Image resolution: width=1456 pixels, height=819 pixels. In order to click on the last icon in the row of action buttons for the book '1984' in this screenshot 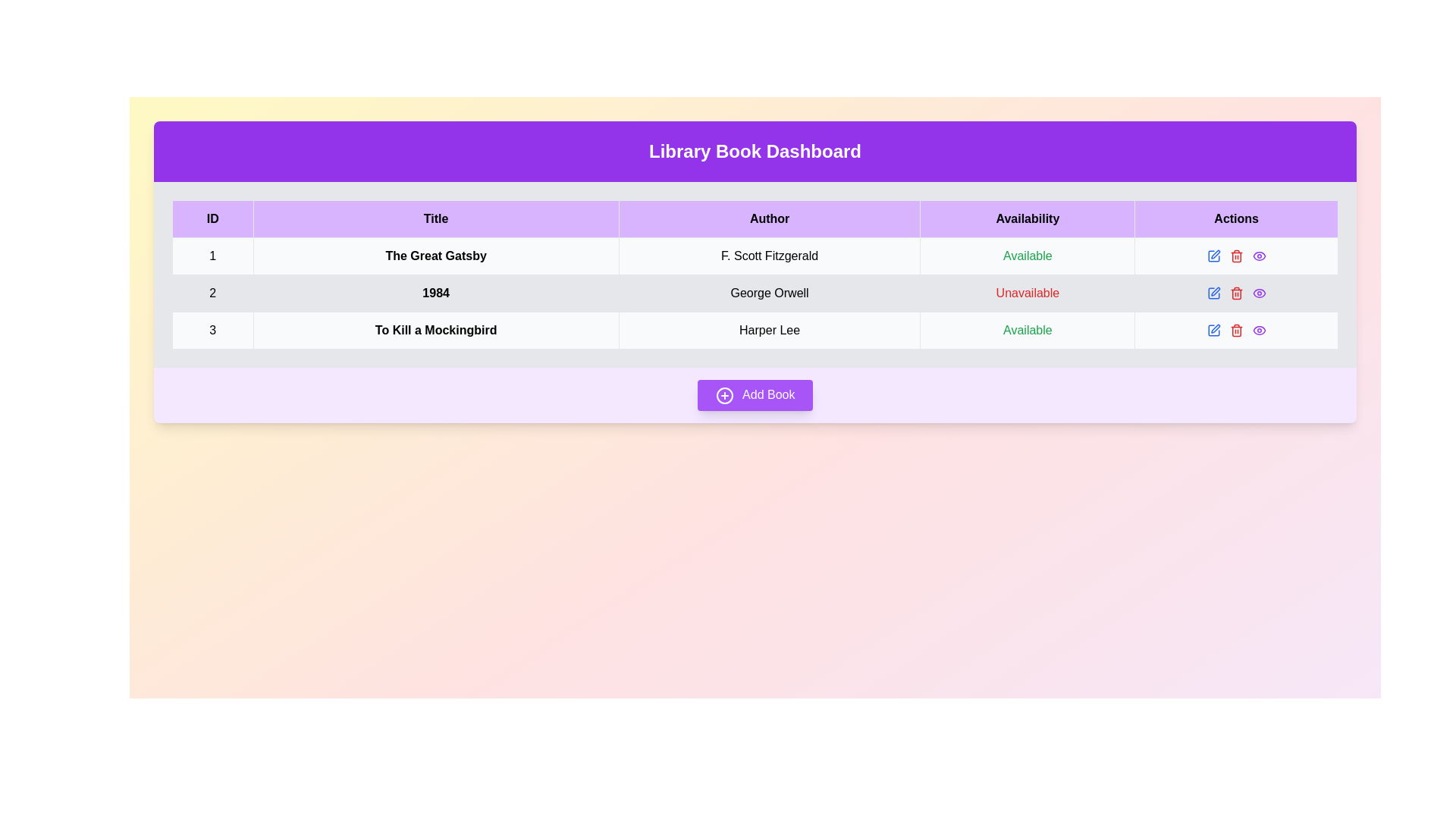, I will do `click(1259, 293)`.